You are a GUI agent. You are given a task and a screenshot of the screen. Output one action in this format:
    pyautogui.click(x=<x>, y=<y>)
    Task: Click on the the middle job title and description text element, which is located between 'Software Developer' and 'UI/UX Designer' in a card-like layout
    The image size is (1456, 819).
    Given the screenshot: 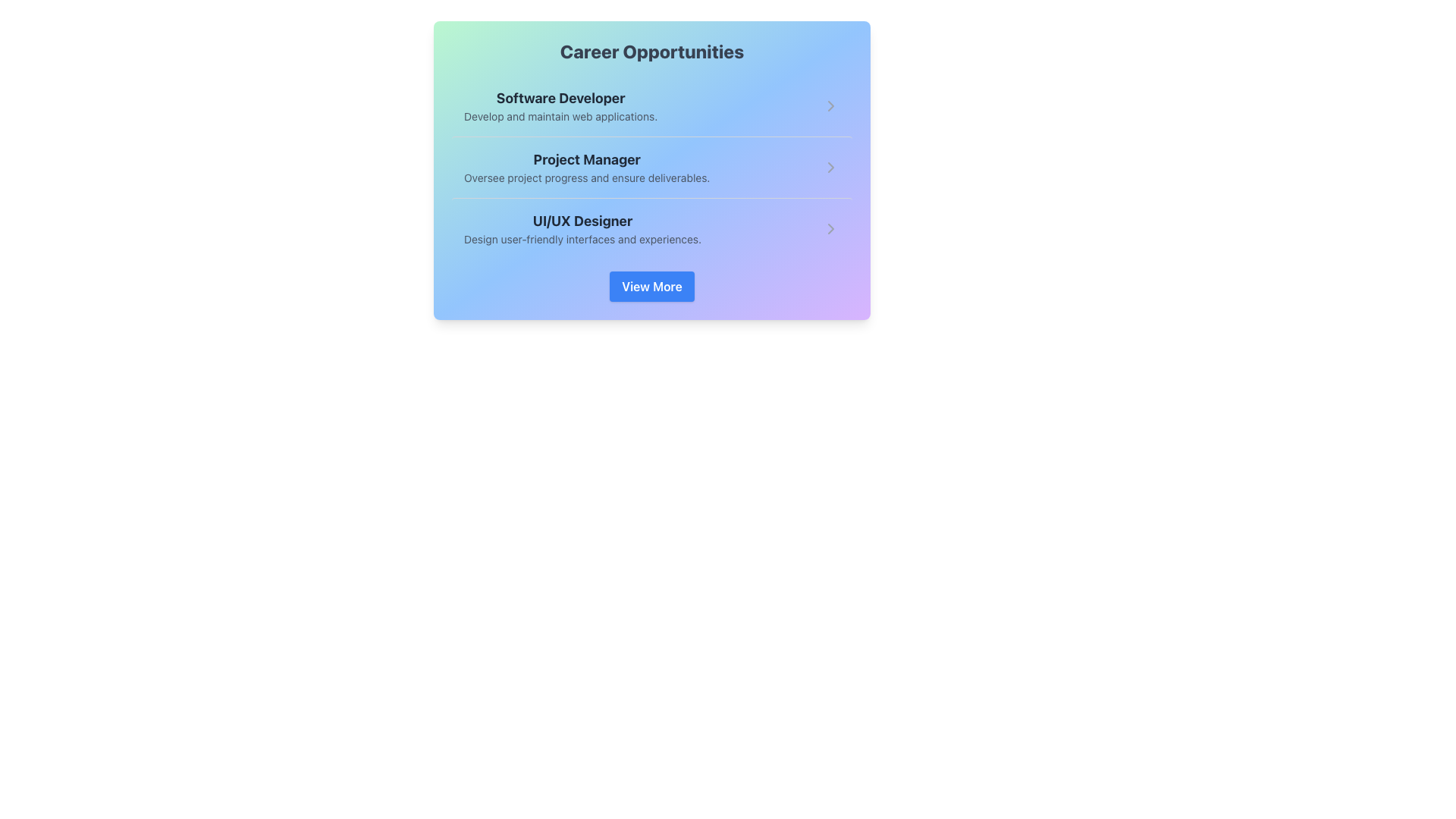 What is the action you would take?
    pyautogui.click(x=586, y=167)
    